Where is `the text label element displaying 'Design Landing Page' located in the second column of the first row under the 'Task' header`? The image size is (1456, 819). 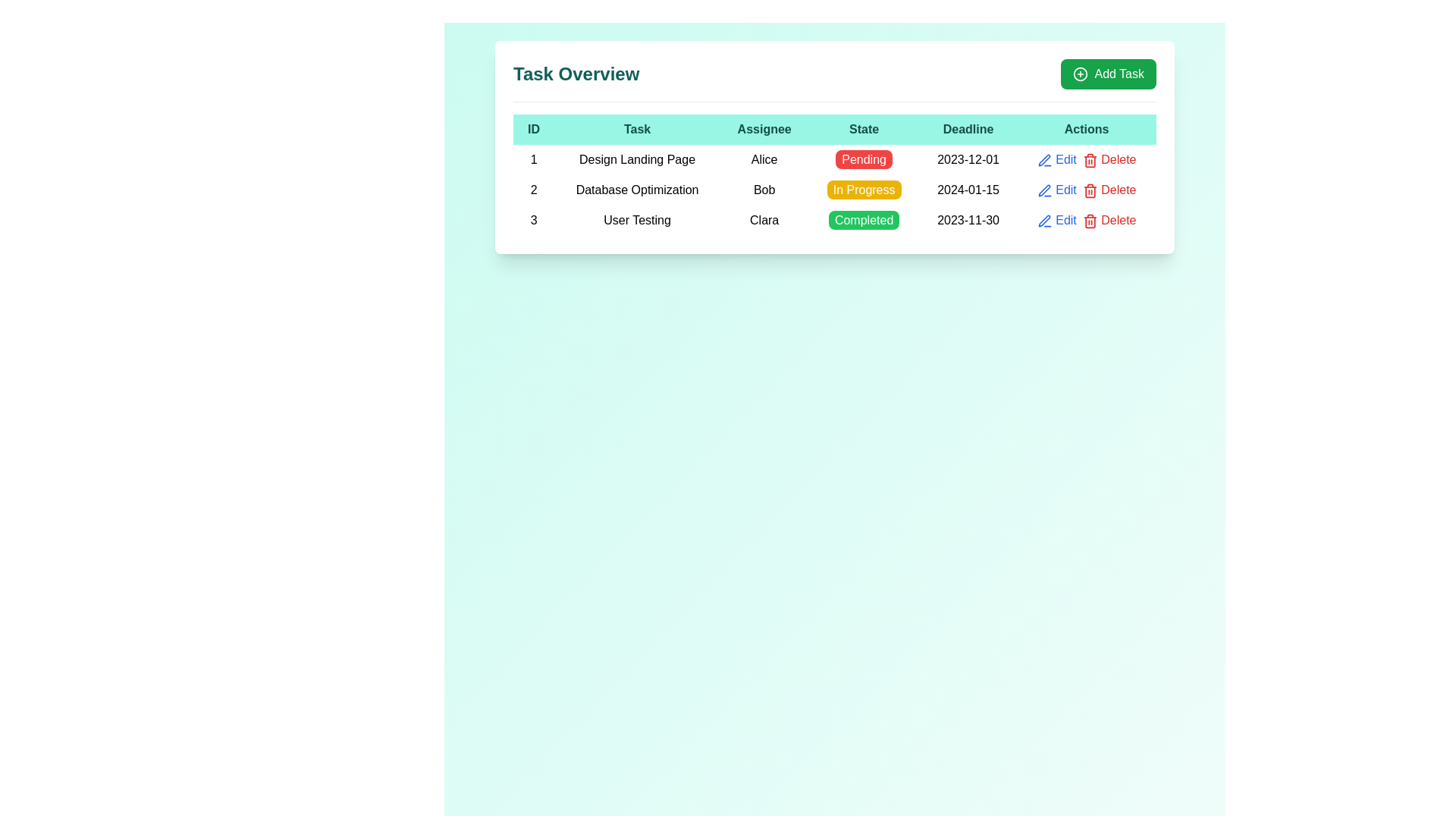
the text label element displaying 'Design Landing Page' located in the second column of the first row under the 'Task' header is located at coordinates (637, 160).